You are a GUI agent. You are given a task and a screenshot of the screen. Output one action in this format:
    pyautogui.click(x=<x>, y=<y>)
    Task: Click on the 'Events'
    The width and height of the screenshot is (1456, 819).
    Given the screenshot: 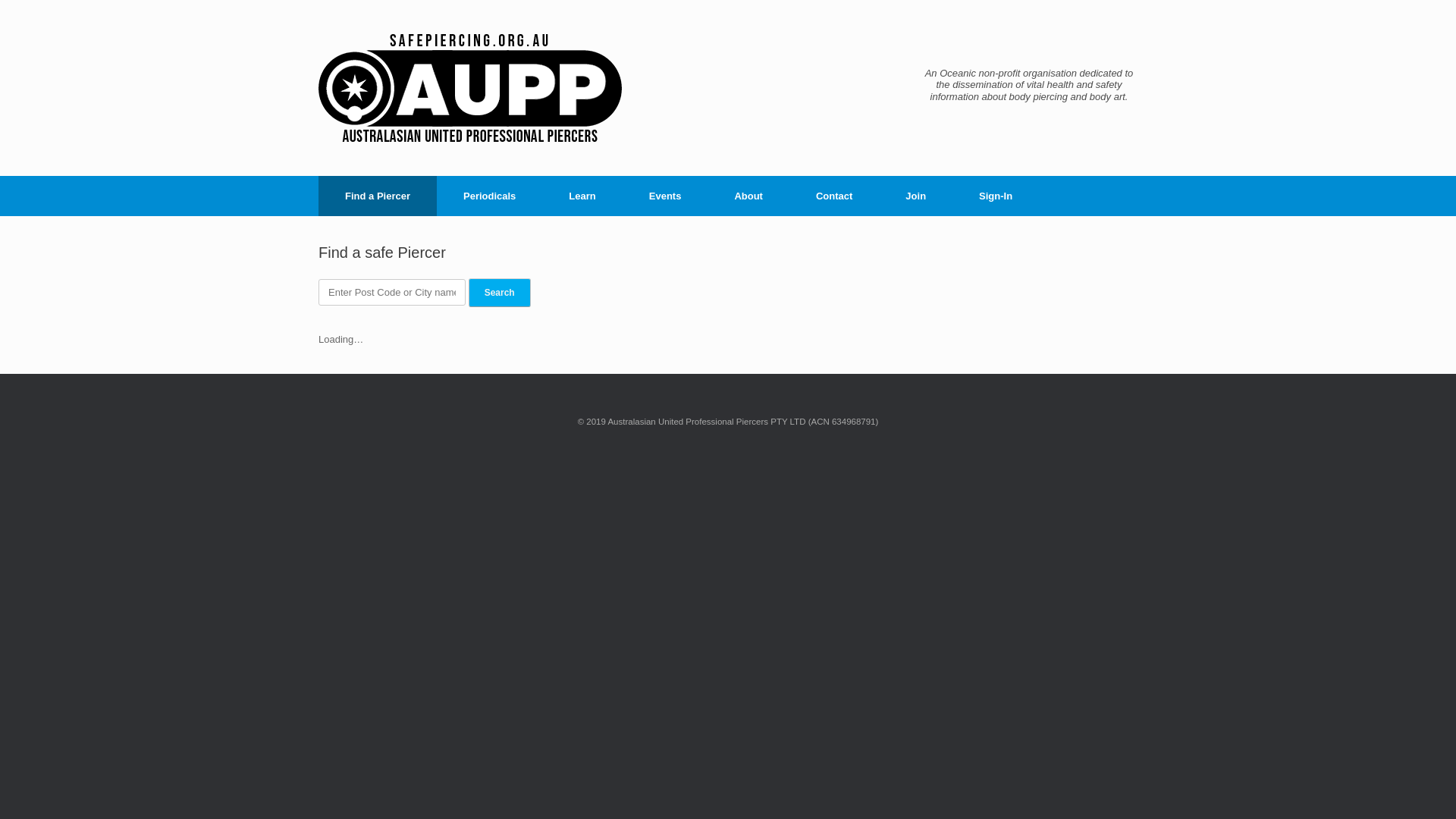 What is the action you would take?
    pyautogui.click(x=622, y=195)
    